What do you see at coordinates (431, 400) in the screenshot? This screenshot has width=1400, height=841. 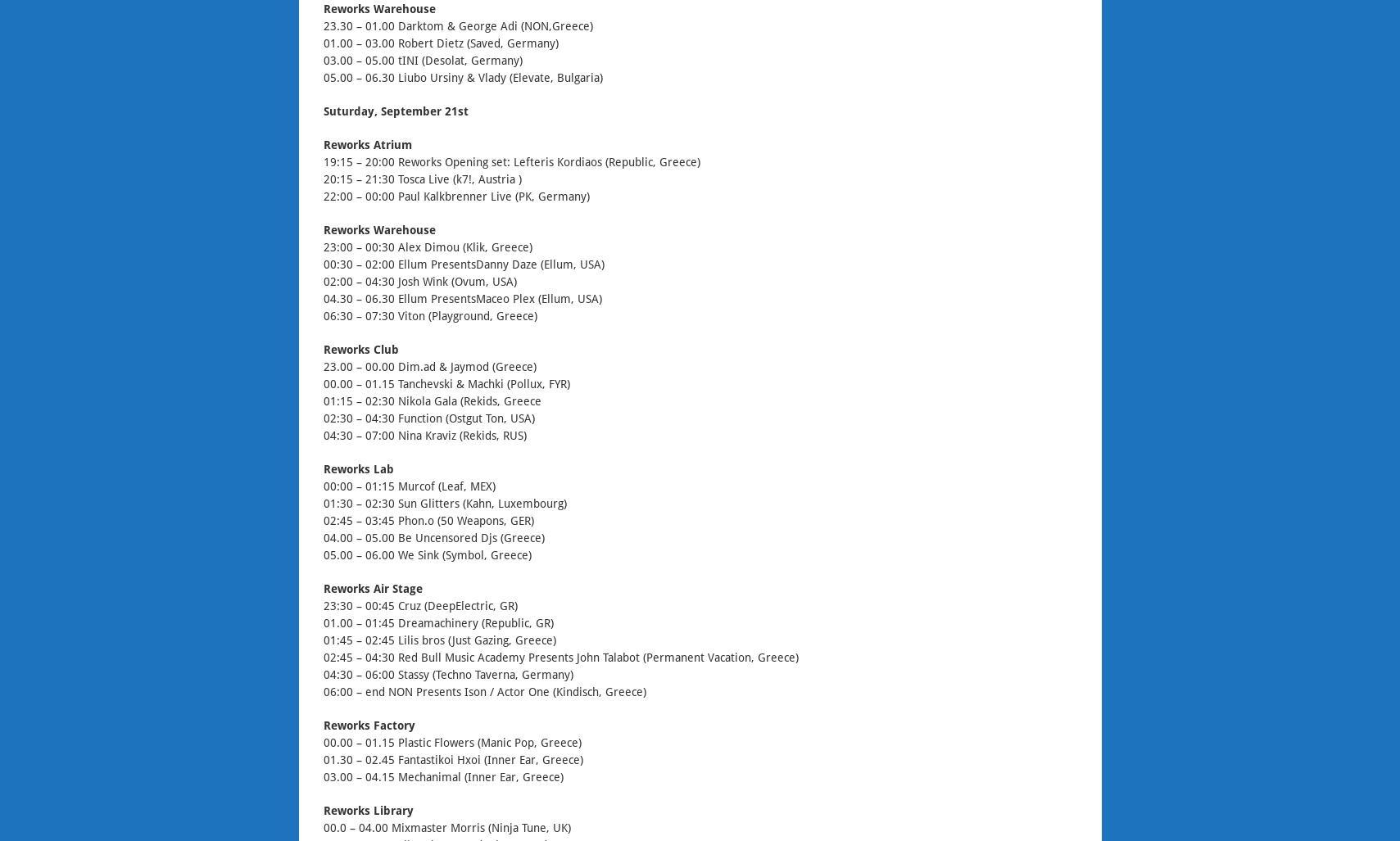 I see `'01:15 – 02:30 Nikola Gala (Rekids, Greece'` at bounding box center [431, 400].